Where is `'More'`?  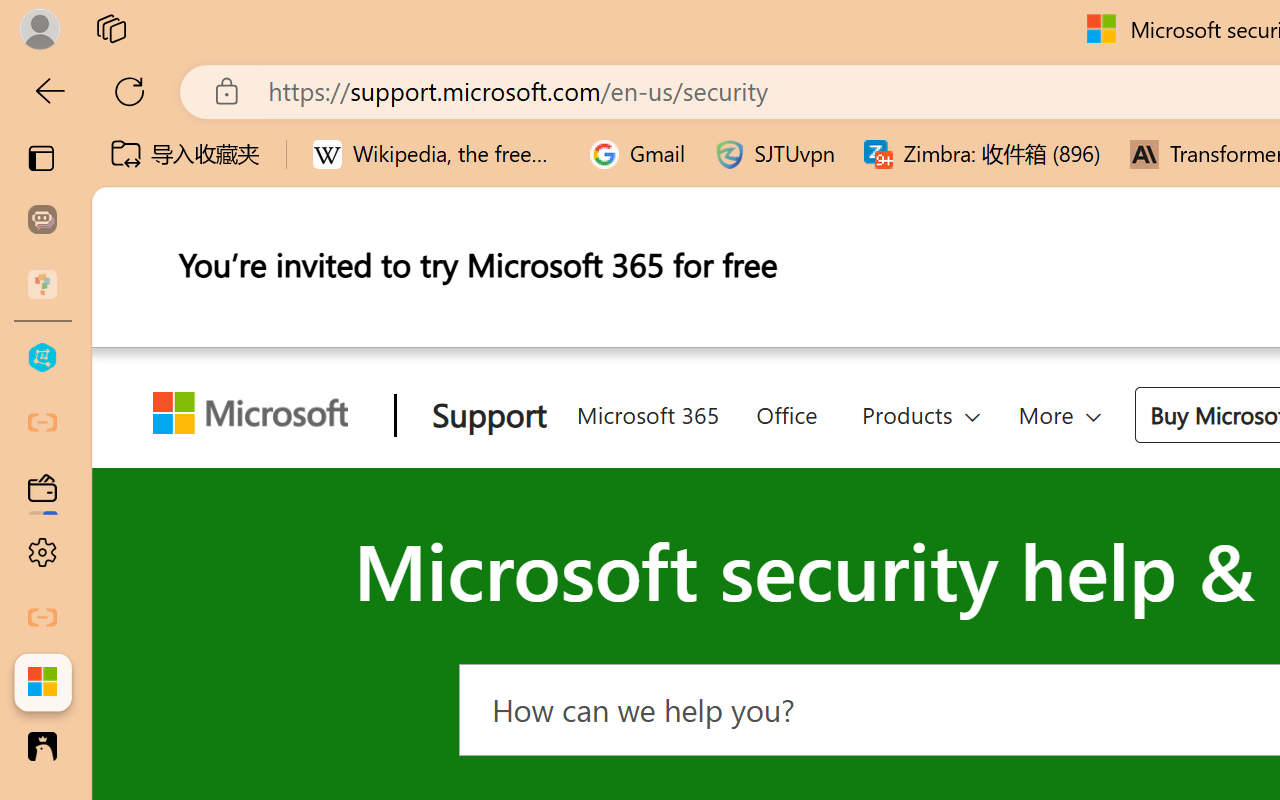 'More' is located at coordinates (1060, 413).